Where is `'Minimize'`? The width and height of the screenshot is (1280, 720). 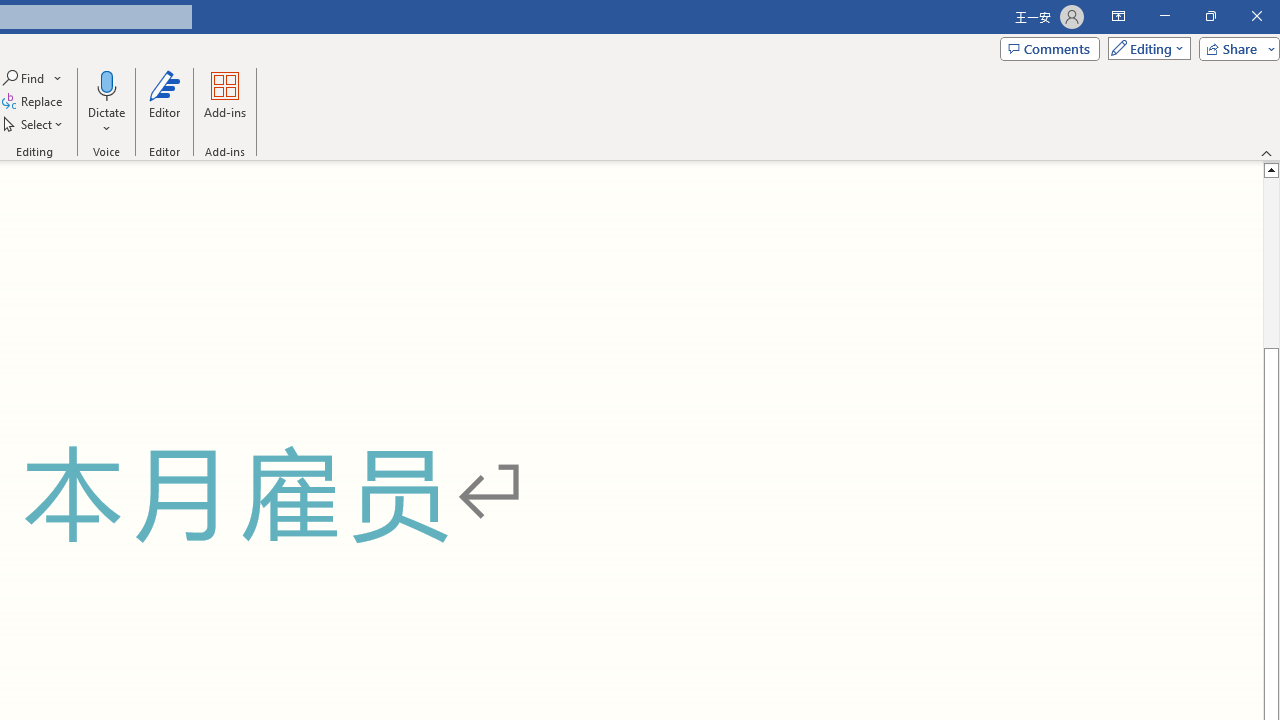 'Minimize' is located at coordinates (1164, 16).